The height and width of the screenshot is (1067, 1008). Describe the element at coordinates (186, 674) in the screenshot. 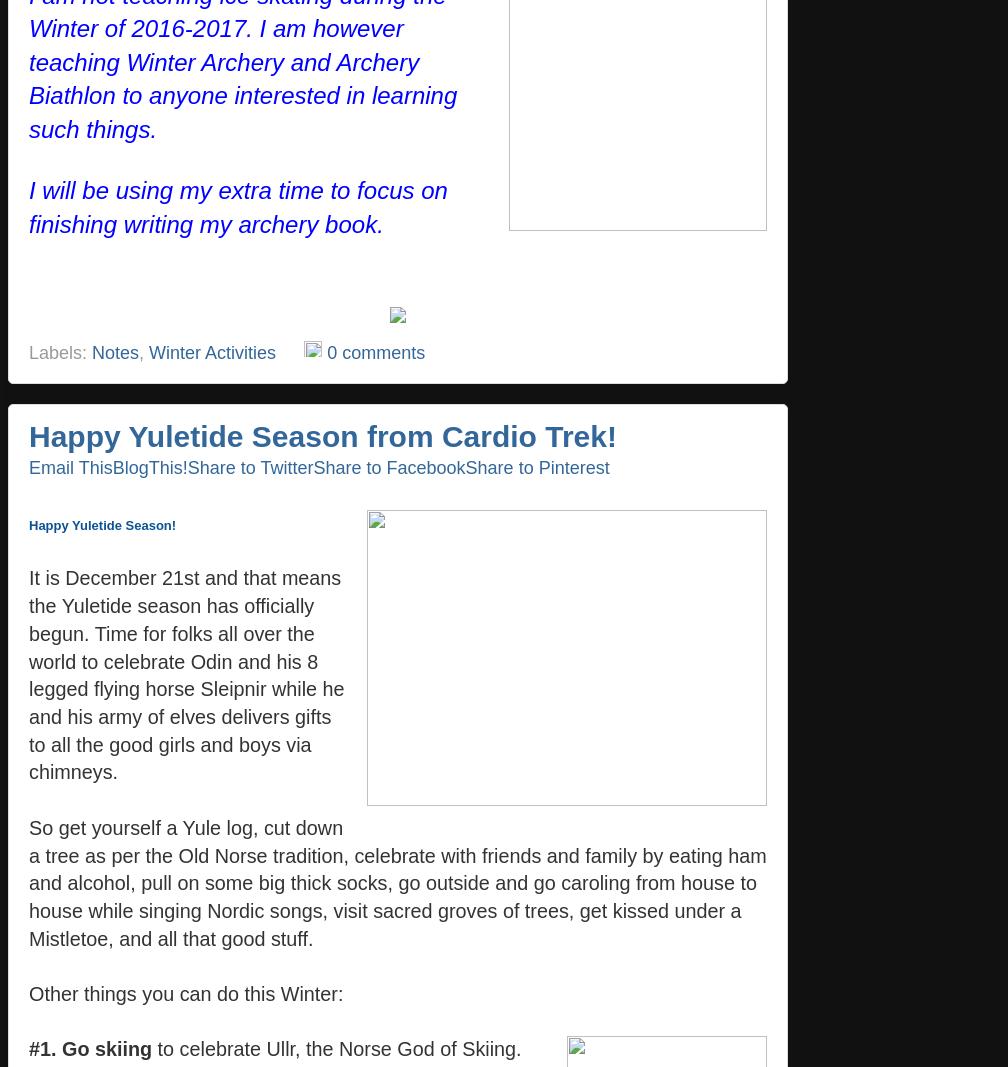

I see `'It is December 21st and that means the Yuletide season has officially begun. Time for folks all over the world to celebrate Odin and his 8 legged flying horse Sleipnir while he and his army of elves delivers gifts to all the good girls and boys via chimneys.'` at that location.